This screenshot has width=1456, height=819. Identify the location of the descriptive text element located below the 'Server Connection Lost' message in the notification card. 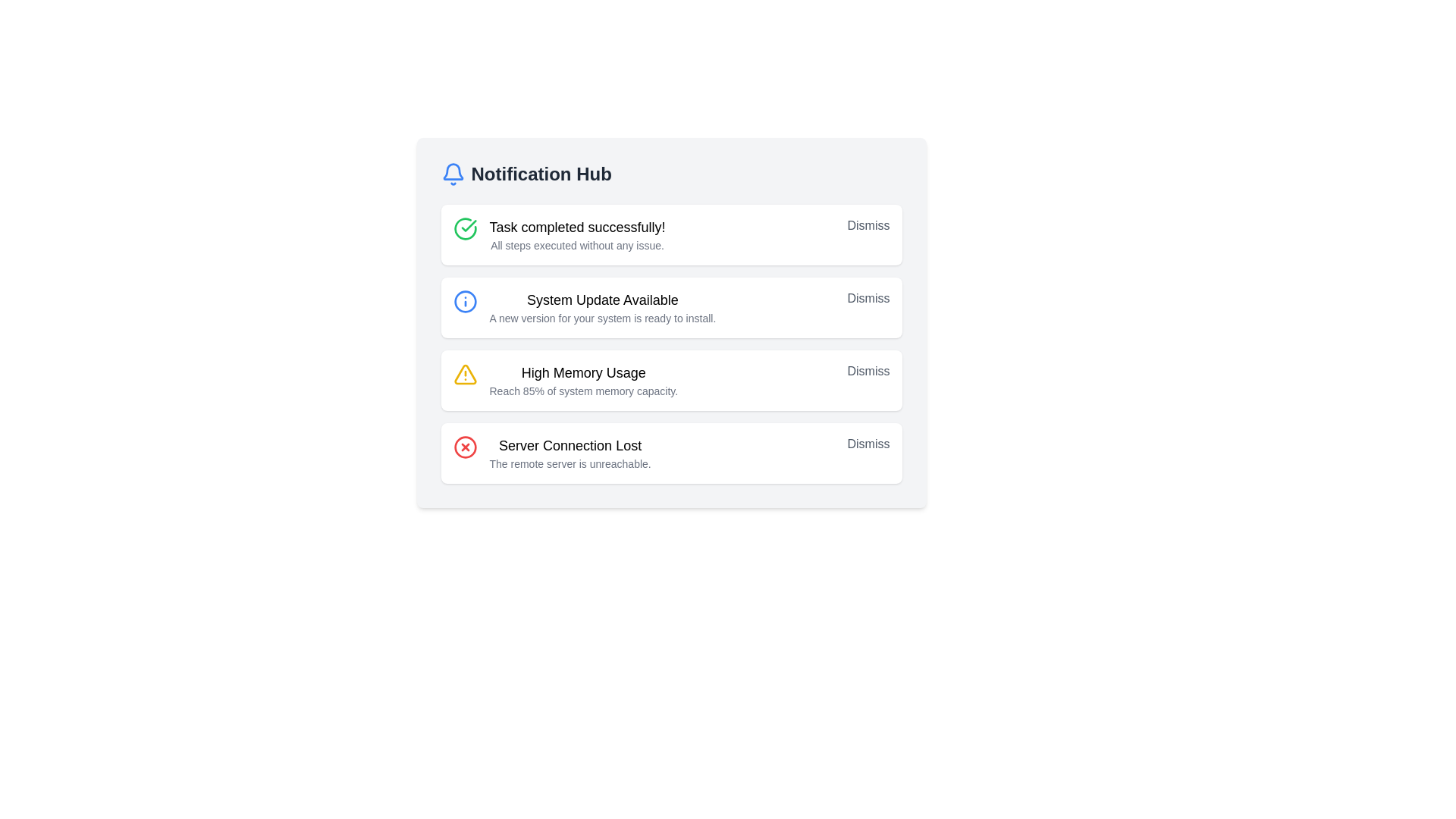
(570, 463).